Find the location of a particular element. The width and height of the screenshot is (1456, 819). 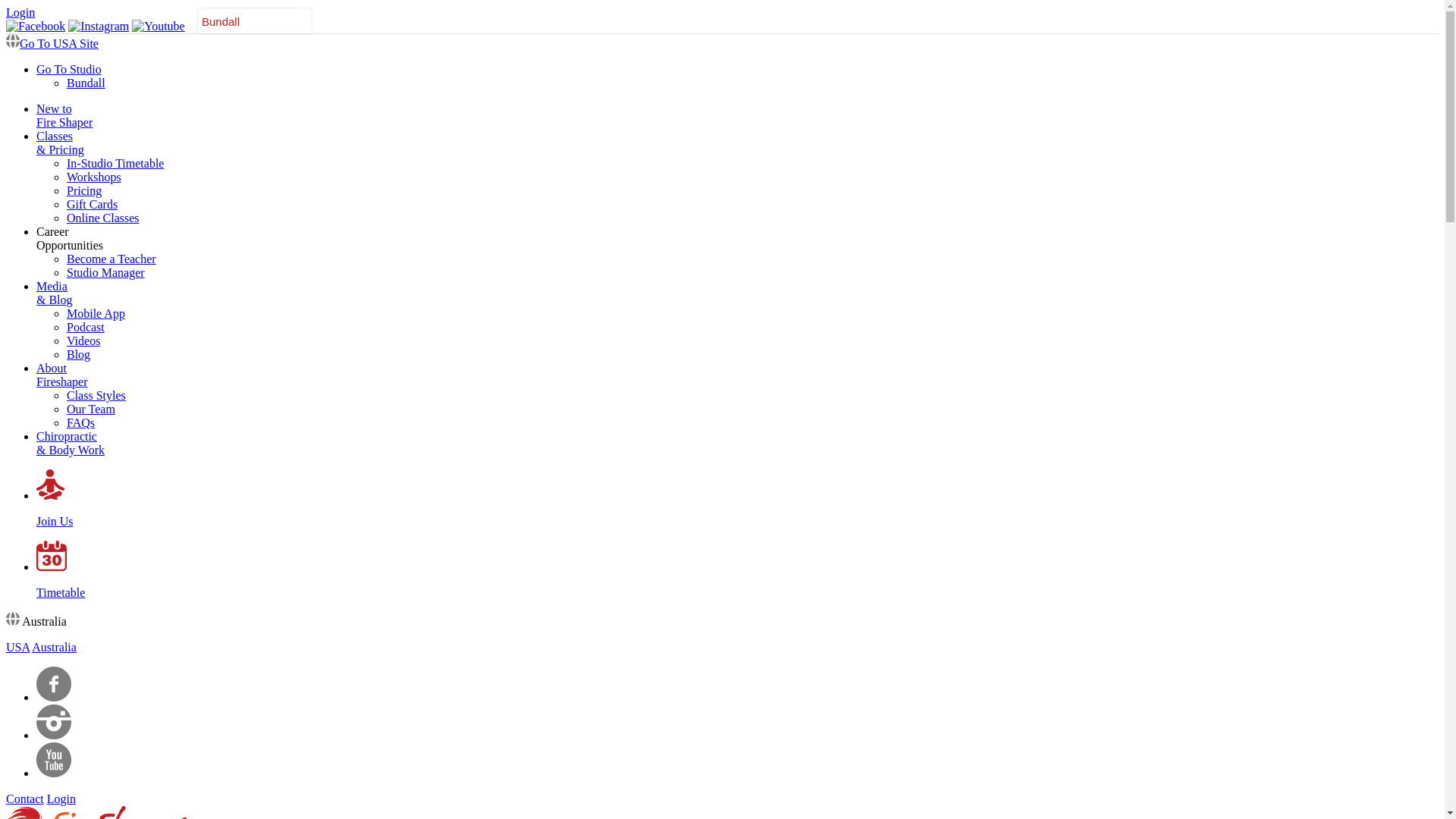

'New to is located at coordinates (36, 115).